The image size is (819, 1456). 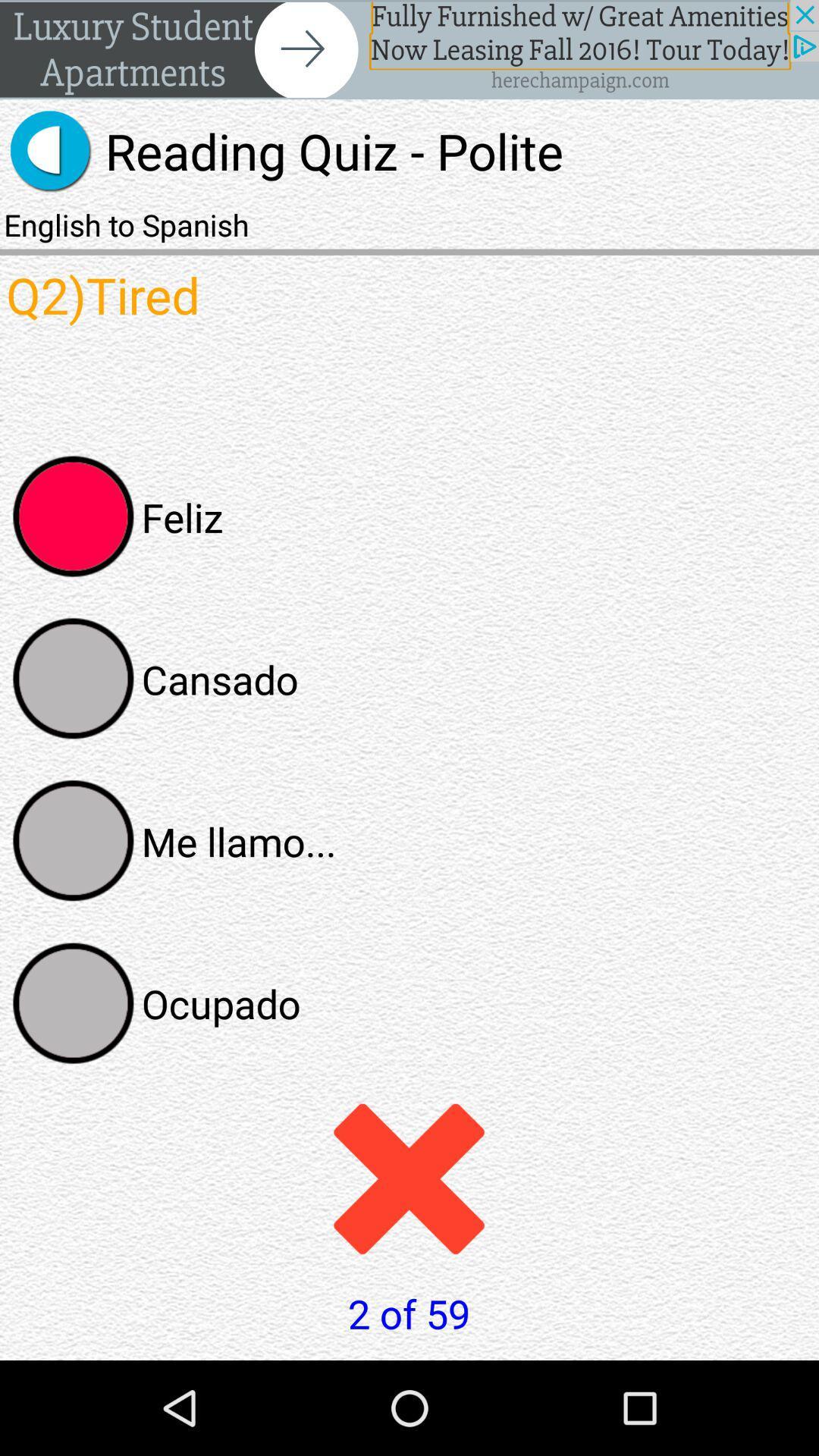 I want to click on option, so click(x=74, y=840).